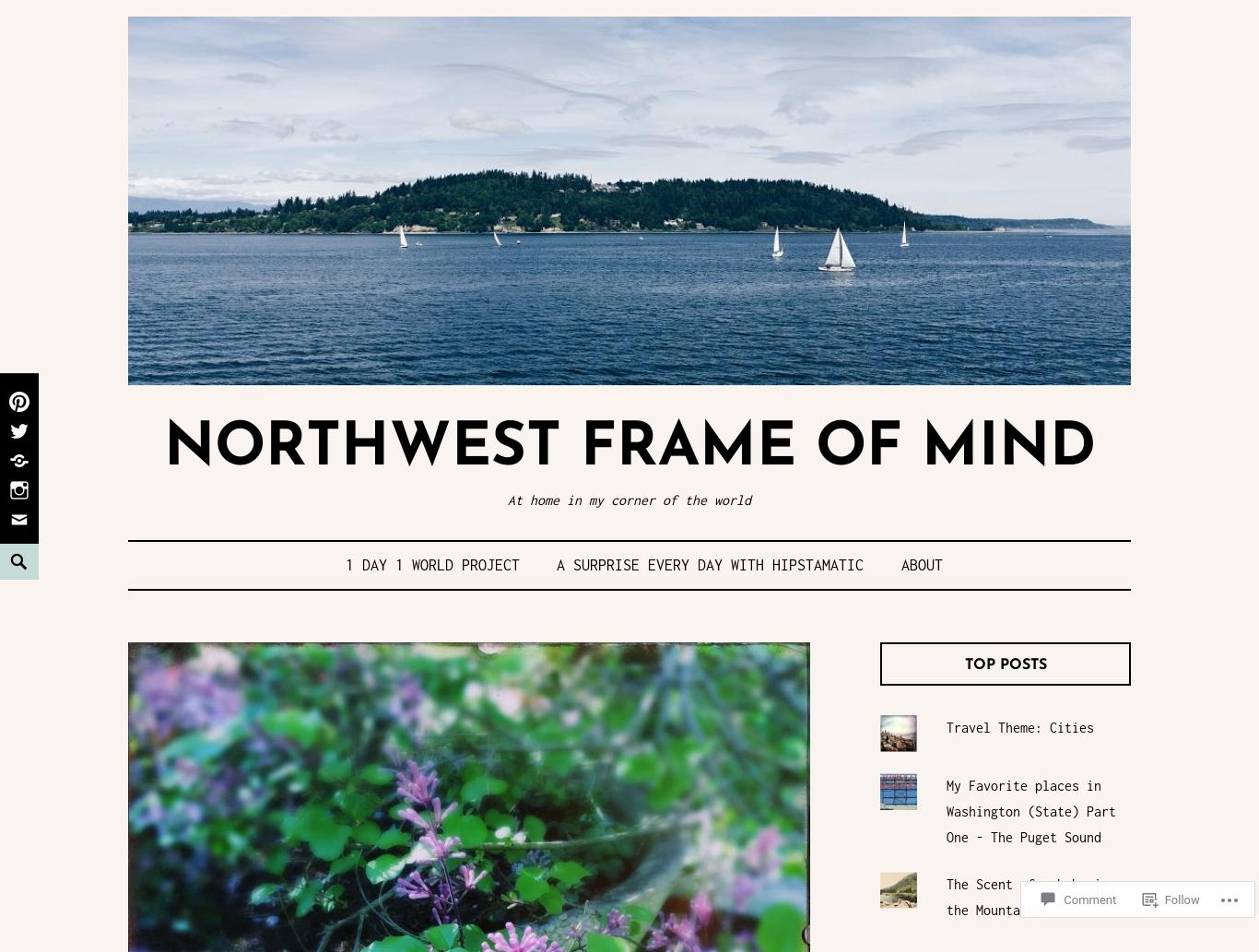 The image size is (1259, 952). What do you see at coordinates (431, 562) in the screenshot?
I see `'1 Day 1 World Project'` at bounding box center [431, 562].